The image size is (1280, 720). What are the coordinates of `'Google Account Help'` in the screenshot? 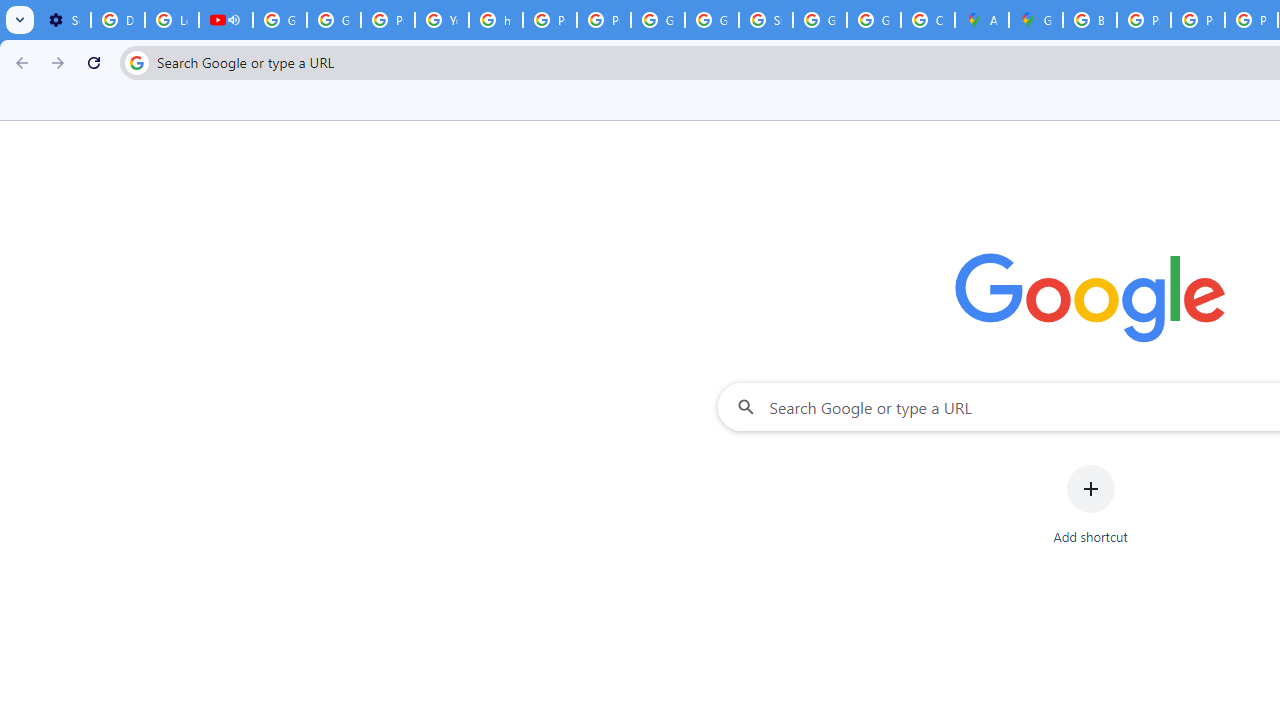 It's located at (279, 20).